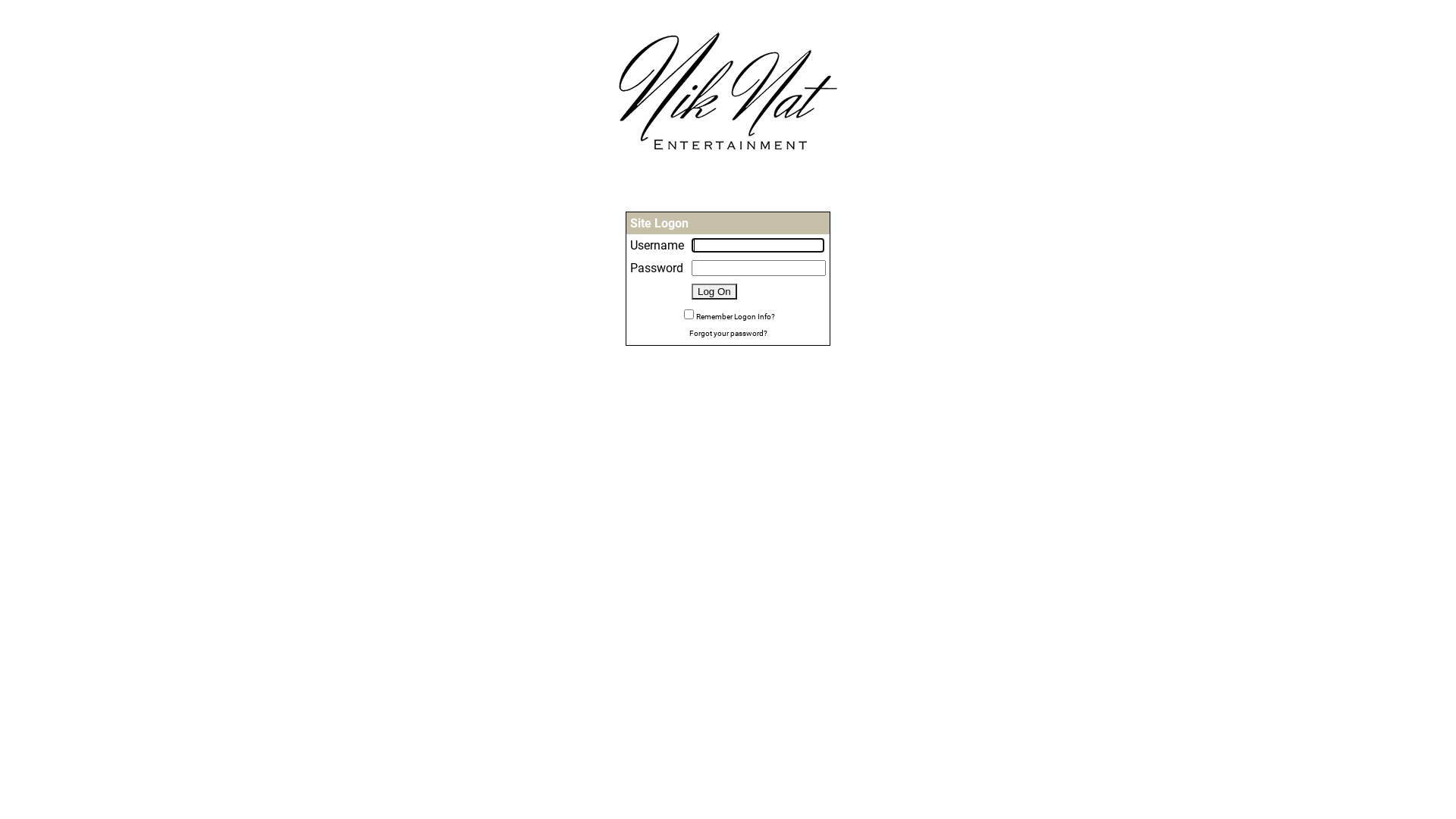  I want to click on 'Log On', so click(691, 291).